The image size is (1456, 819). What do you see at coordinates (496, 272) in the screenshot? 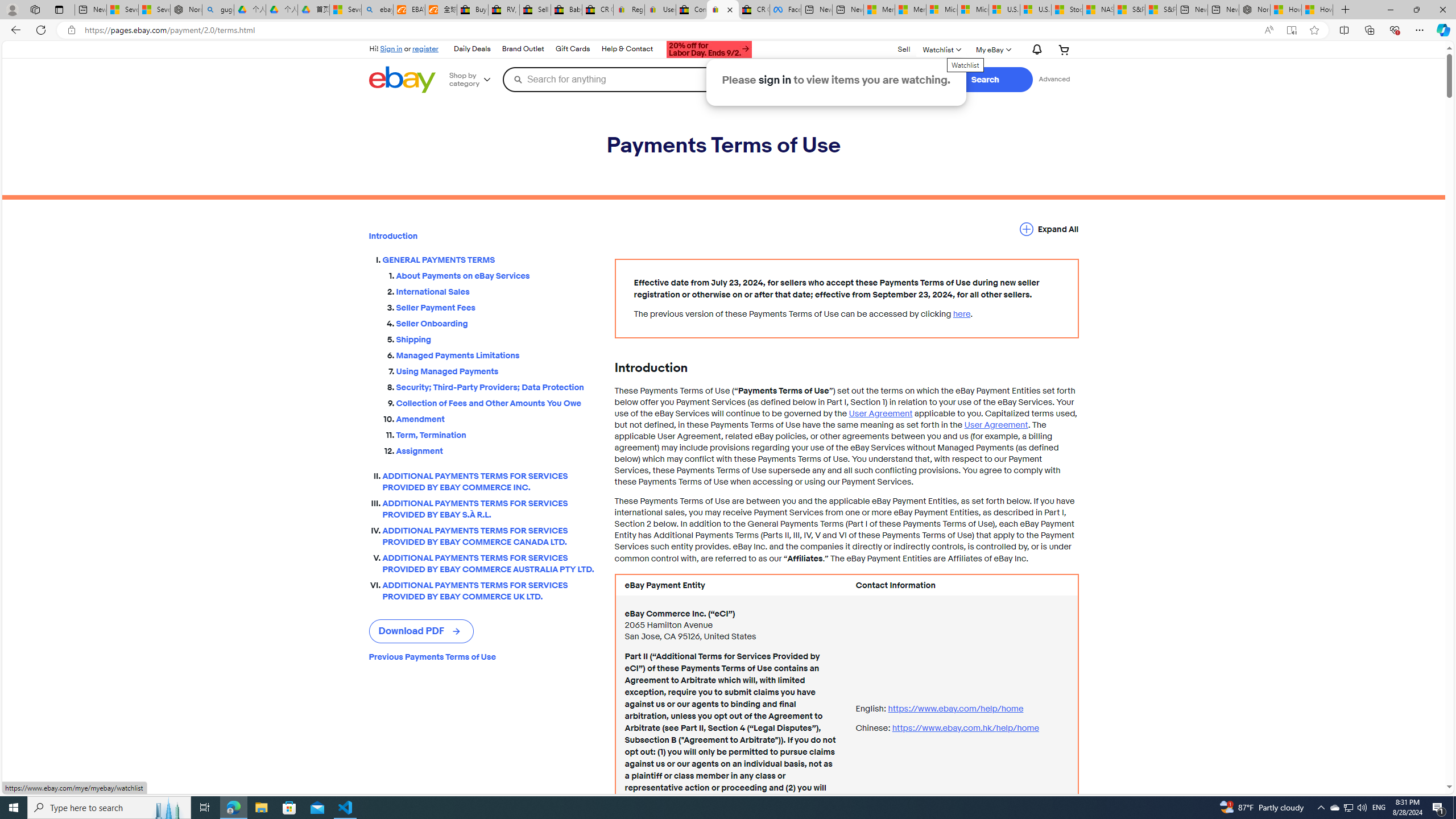
I see `'About Payments on eBay Services'` at bounding box center [496, 272].